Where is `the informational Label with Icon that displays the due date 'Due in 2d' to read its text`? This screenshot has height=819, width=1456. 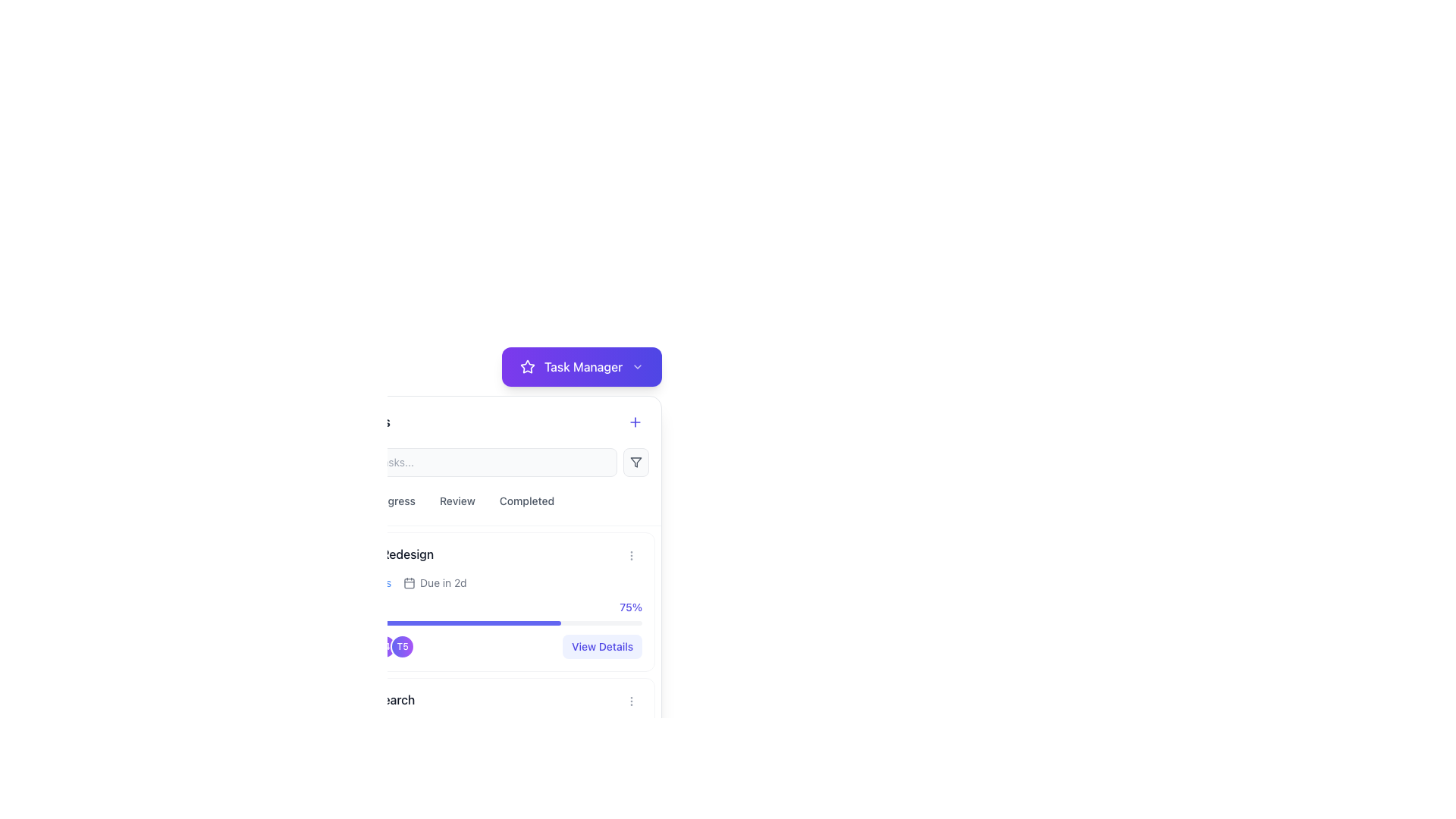 the informational Label with Icon that displays the due date 'Due in 2d' to read its text is located at coordinates (434, 582).